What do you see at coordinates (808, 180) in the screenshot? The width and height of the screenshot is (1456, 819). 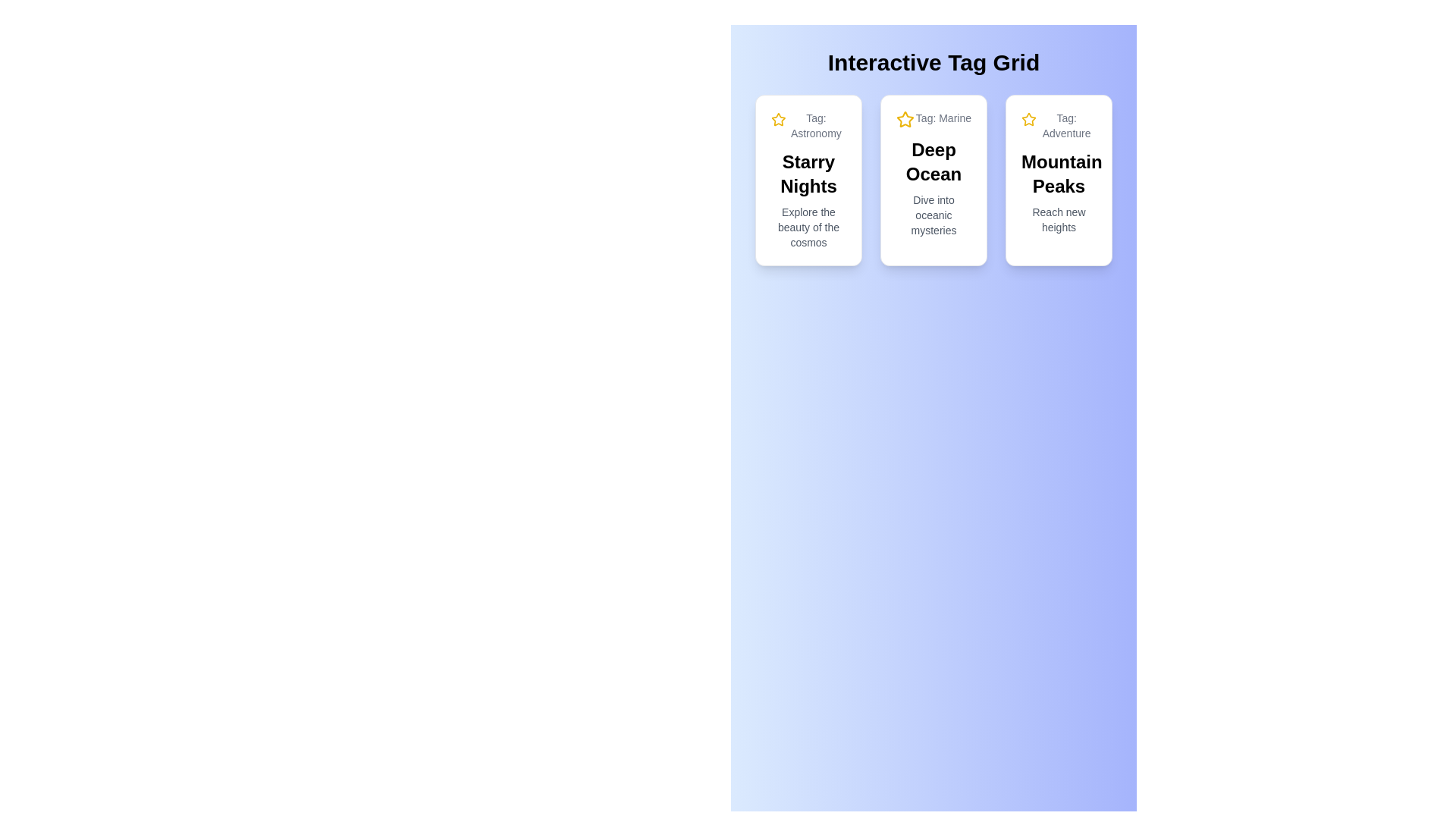 I see `the 'Starry Nights' theme card, which is the first card in a grid layout, to trigger a visual effect` at bounding box center [808, 180].